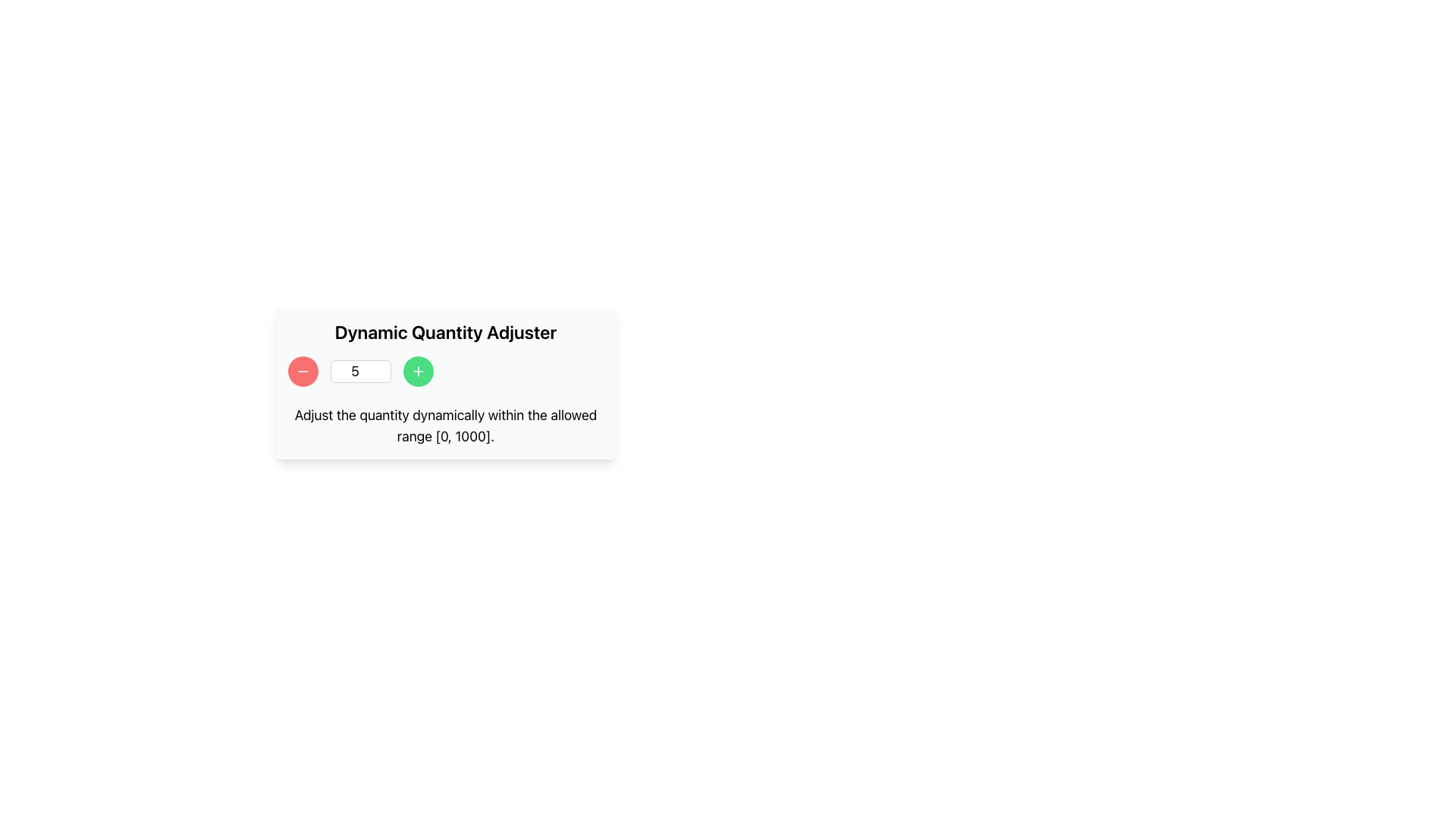  What do you see at coordinates (359, 371) in the screenshot?
I see `the numeric input box located between the red minus button and the green plus button within the card-like interface` at bounding box center [359, 371].